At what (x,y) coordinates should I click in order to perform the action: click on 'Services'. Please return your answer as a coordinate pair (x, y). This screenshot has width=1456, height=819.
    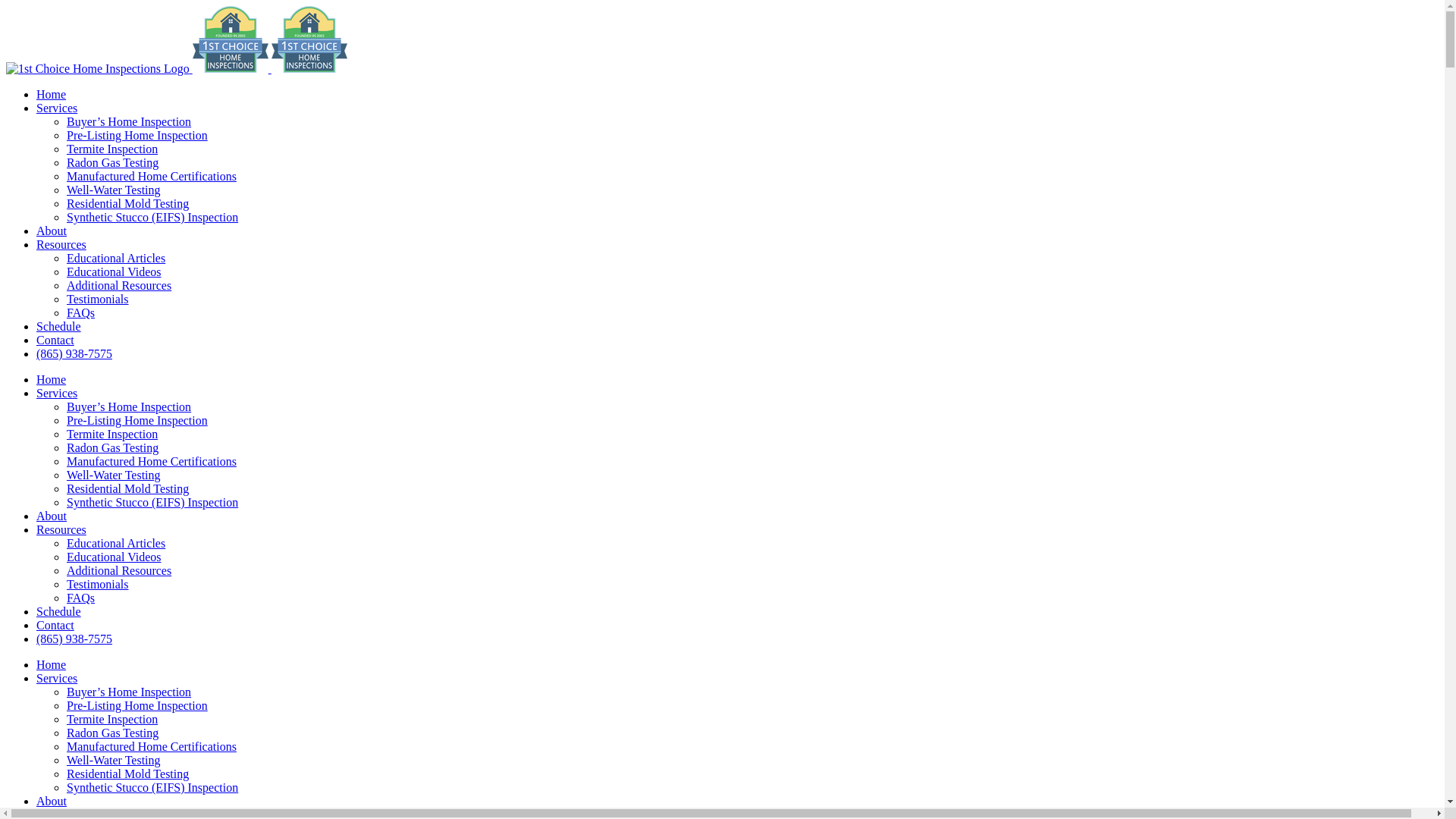
    Looking at the image, I should click on (57, 107).